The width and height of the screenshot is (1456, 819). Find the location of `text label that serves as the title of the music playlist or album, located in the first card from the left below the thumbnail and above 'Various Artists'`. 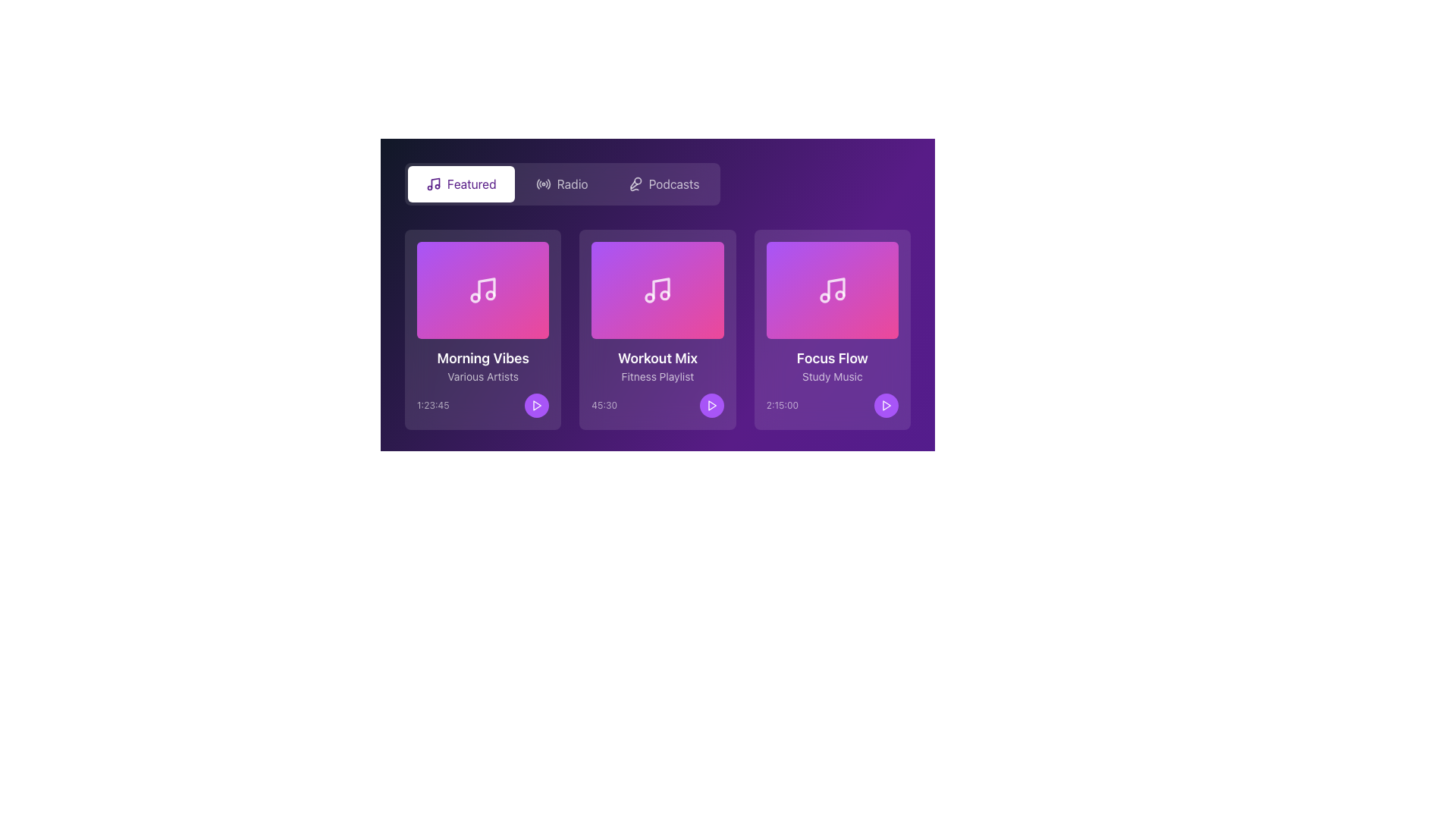

text label that serves as the title of the music playlist or album, located in the first card from the left below the thumbnail and above 'Various Artists' is located at coordinates (482, 359).